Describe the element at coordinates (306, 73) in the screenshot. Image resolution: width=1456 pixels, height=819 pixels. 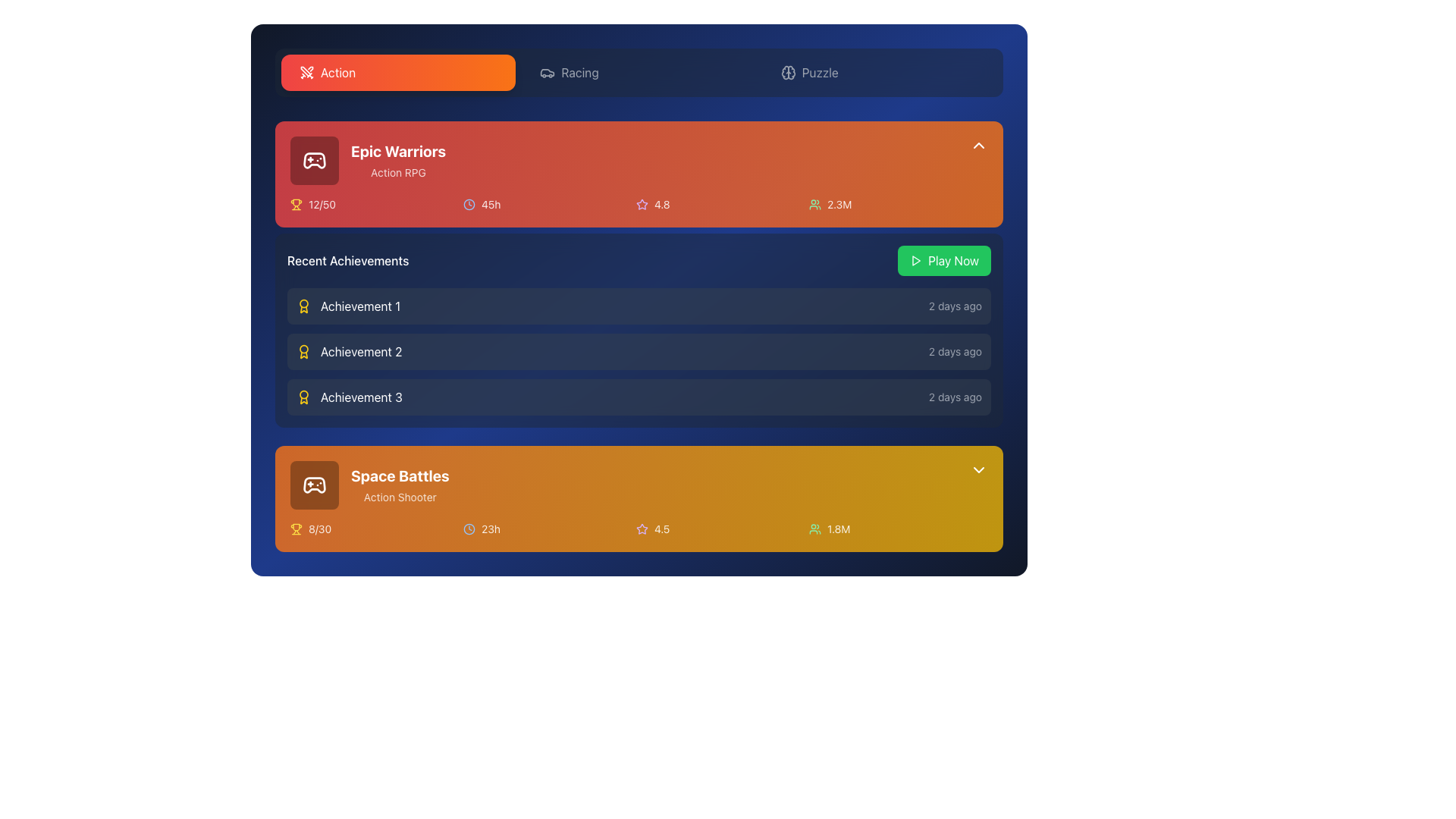
I see `compact icon of two crossed swords located in the 'Action' tab, positioned to the far left of the 'Action' button for design purposes` at that location.